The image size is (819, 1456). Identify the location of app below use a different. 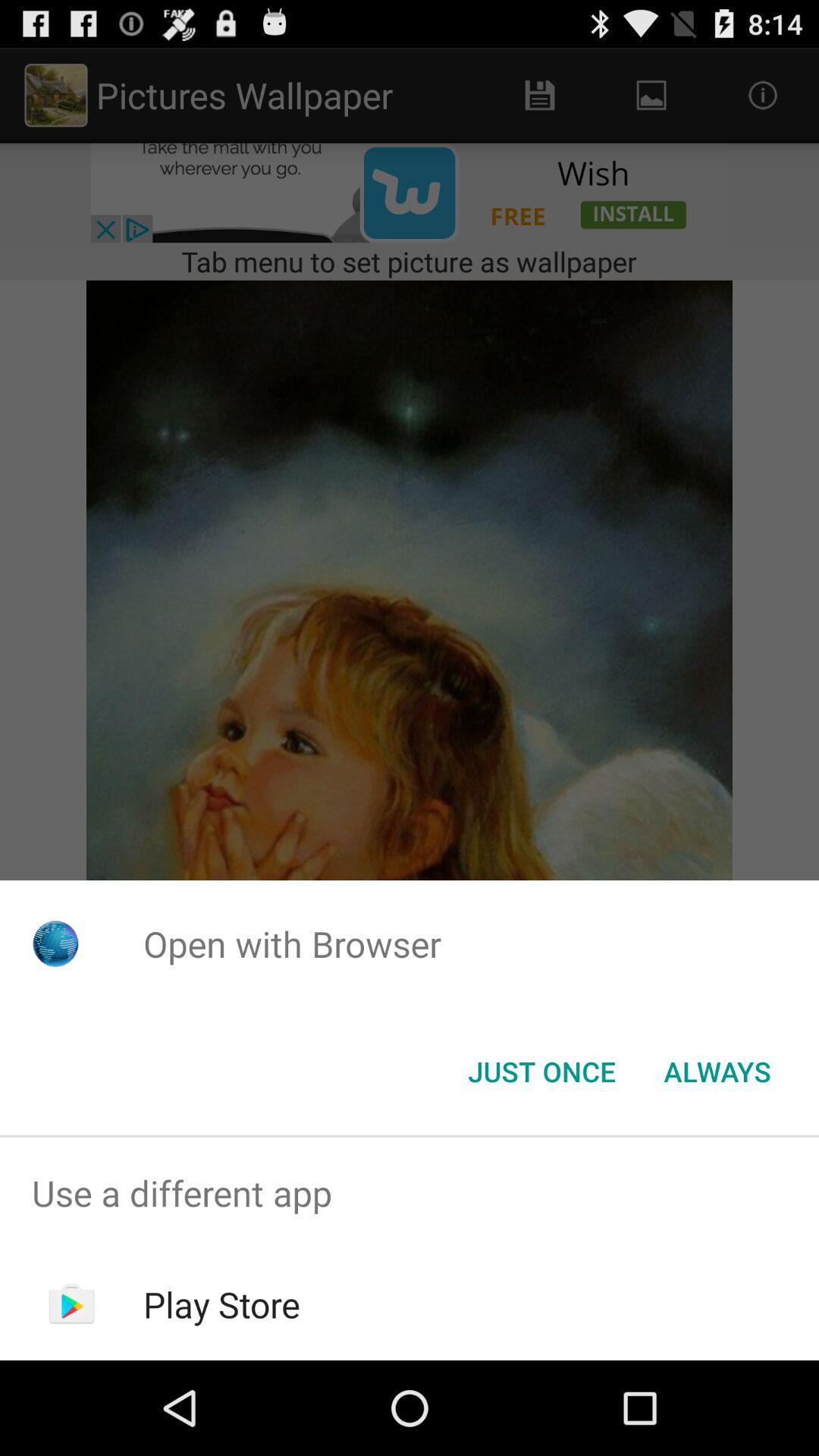
(221, 1304).